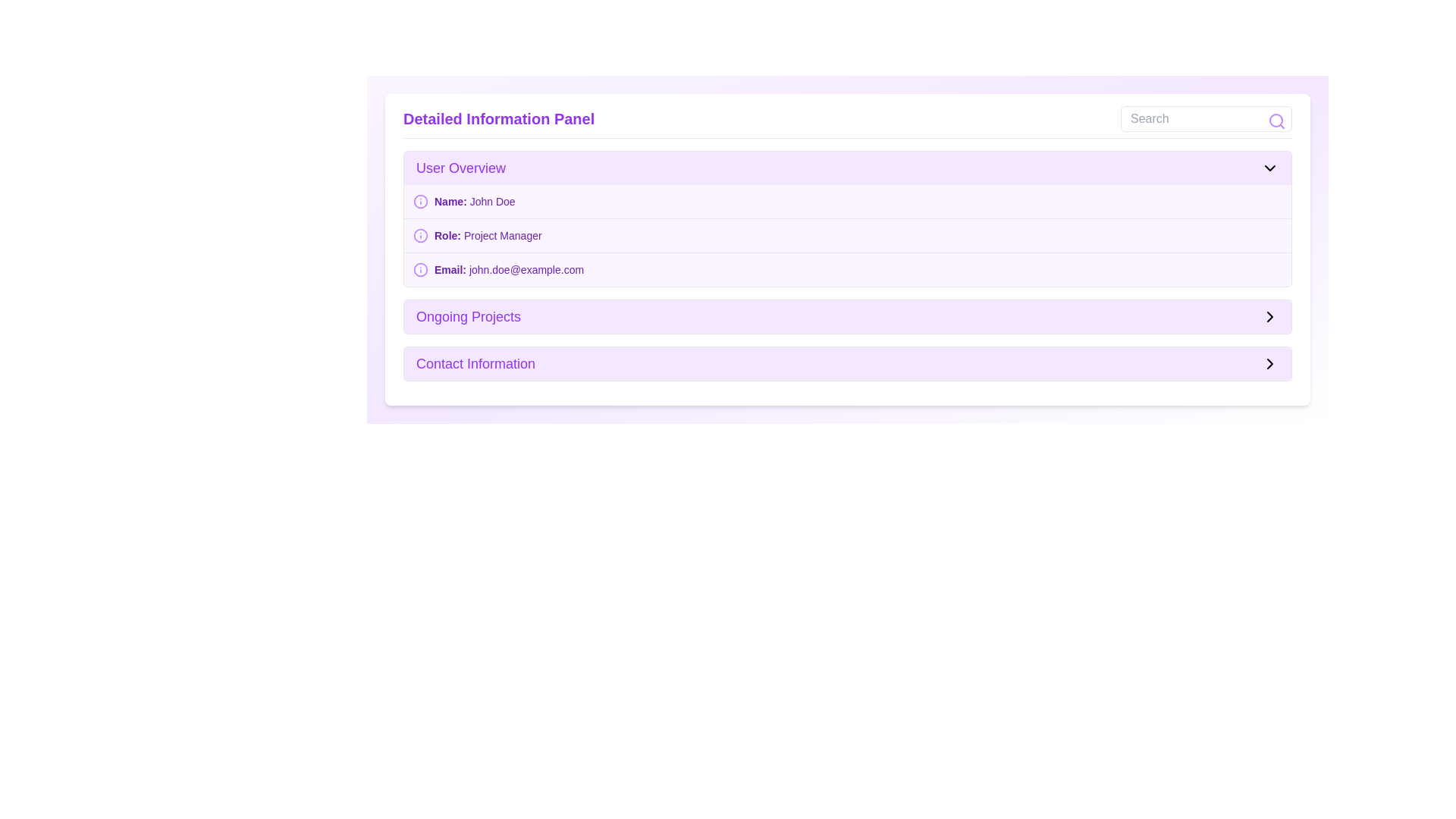 The height and width of the screenshot is (819, 1456). I want to click on the static text displaying the user's role, 'Project Manager', which is the second item in the user details section of the 'Detailed Information Panel', so click(488, 236).